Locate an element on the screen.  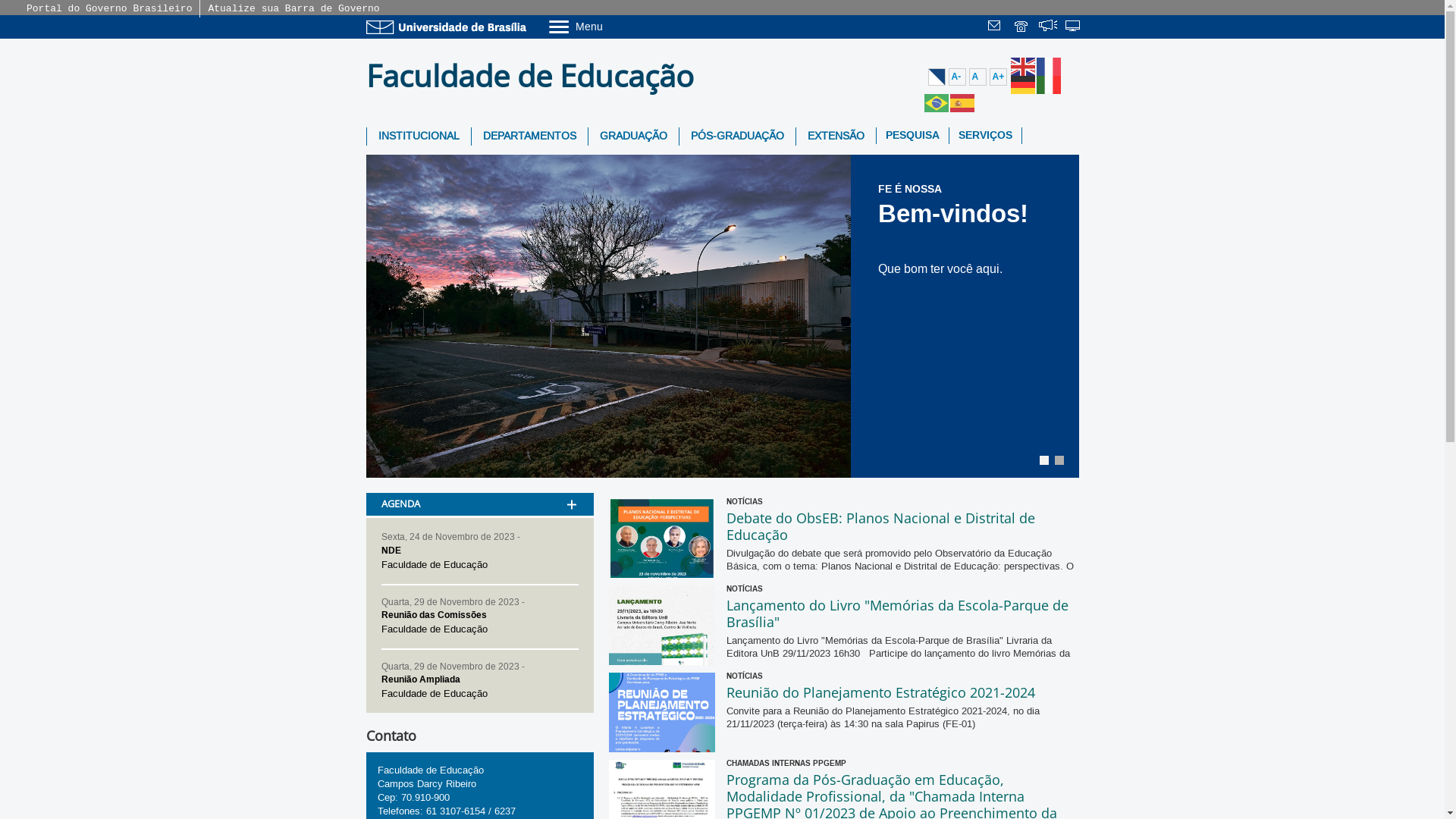
'Webmail' is located at coordinates (996, 27).